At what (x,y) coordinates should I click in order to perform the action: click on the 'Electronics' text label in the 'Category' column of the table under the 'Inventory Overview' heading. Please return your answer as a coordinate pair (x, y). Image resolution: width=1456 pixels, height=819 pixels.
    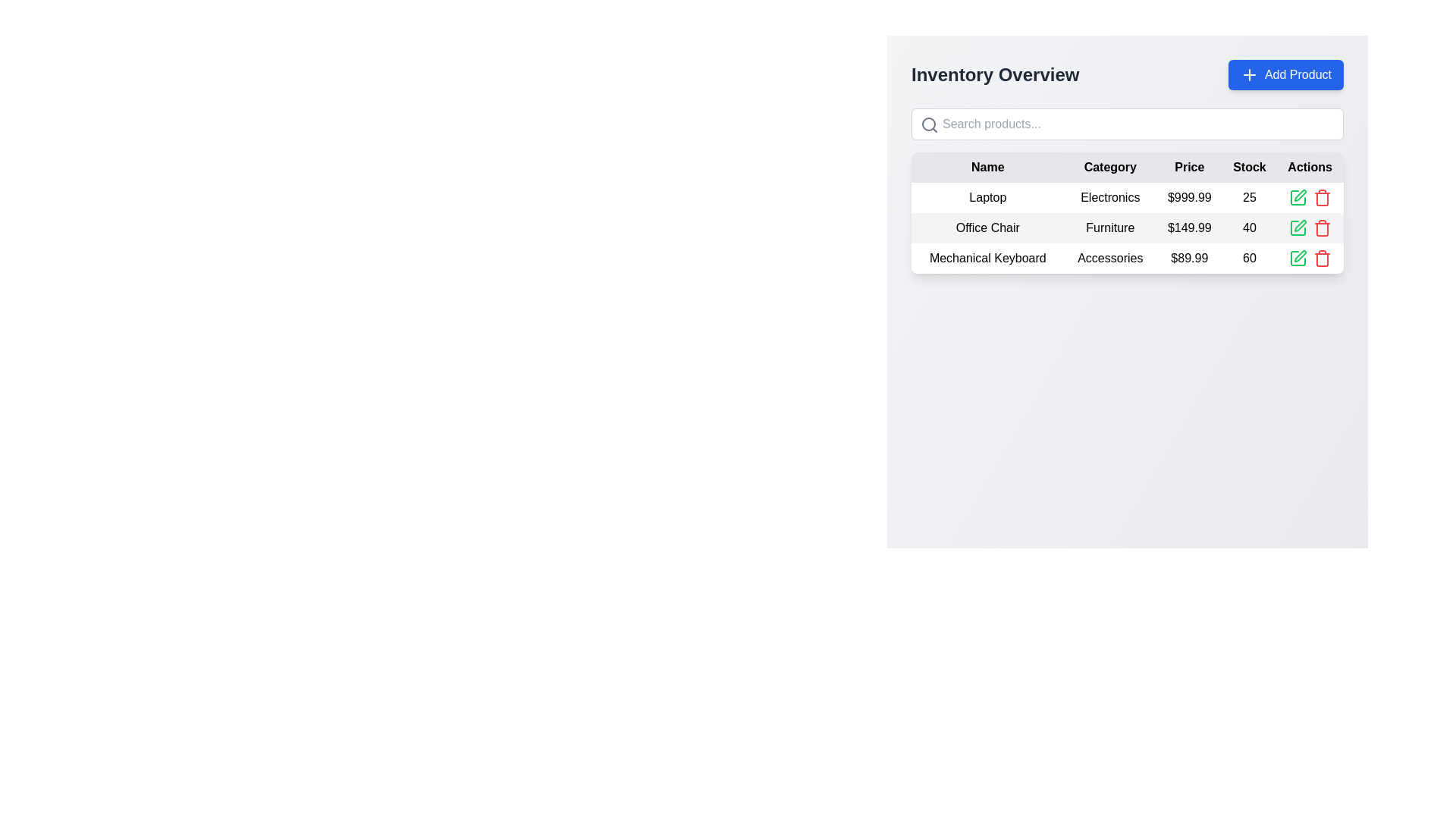
    Looking at the image, I should click on (1110, 197).